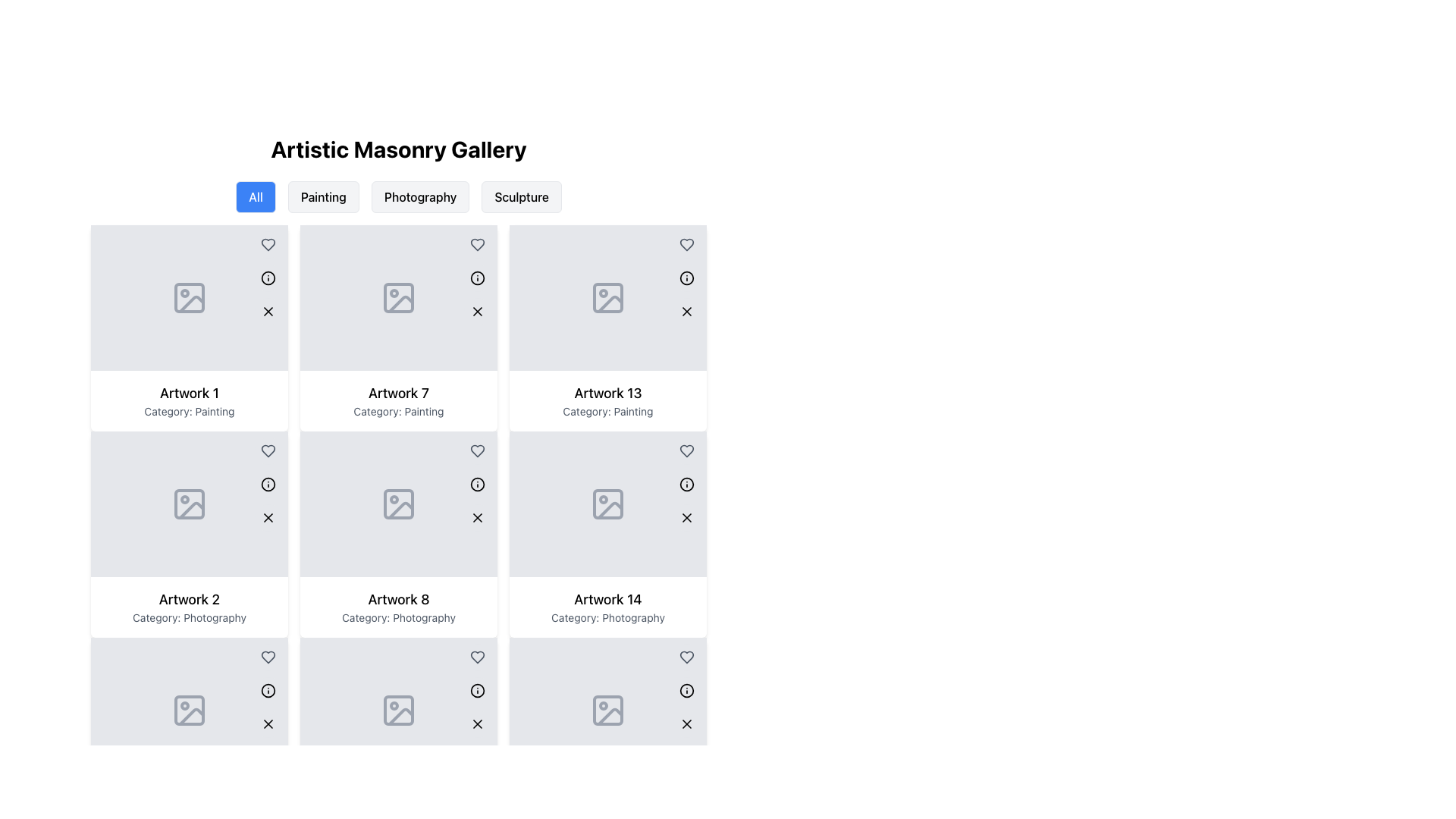 This screenshot has width=1456, height=819. I want to click on the third circular button located at the bottom right corner of the 'Artwork 1' tile, so click(268, 311).